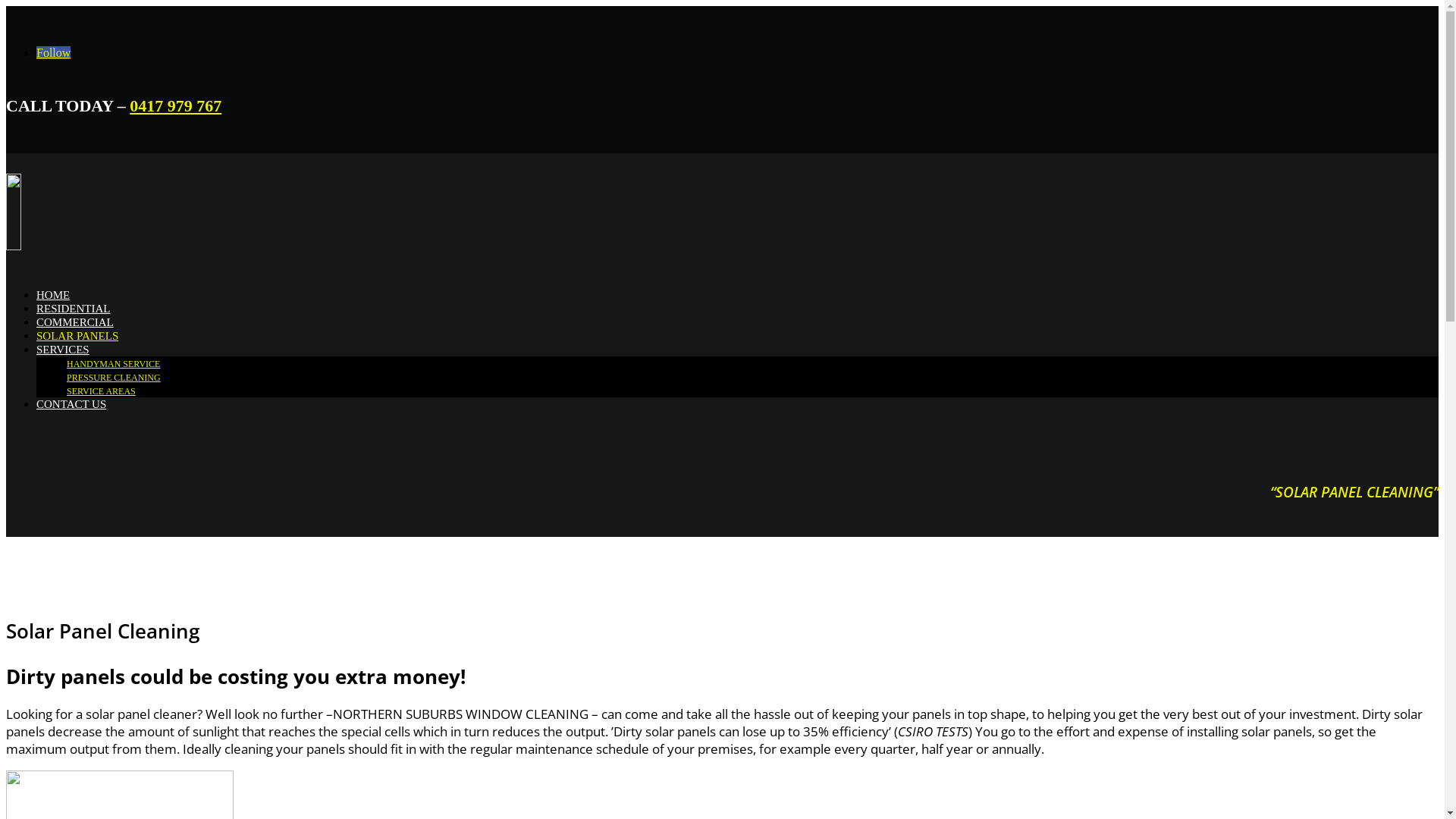  What do you see at coordinates (74, 321) in the screenshot?
I see `'COMMERCIAL'` at bounding box center [74, 321].